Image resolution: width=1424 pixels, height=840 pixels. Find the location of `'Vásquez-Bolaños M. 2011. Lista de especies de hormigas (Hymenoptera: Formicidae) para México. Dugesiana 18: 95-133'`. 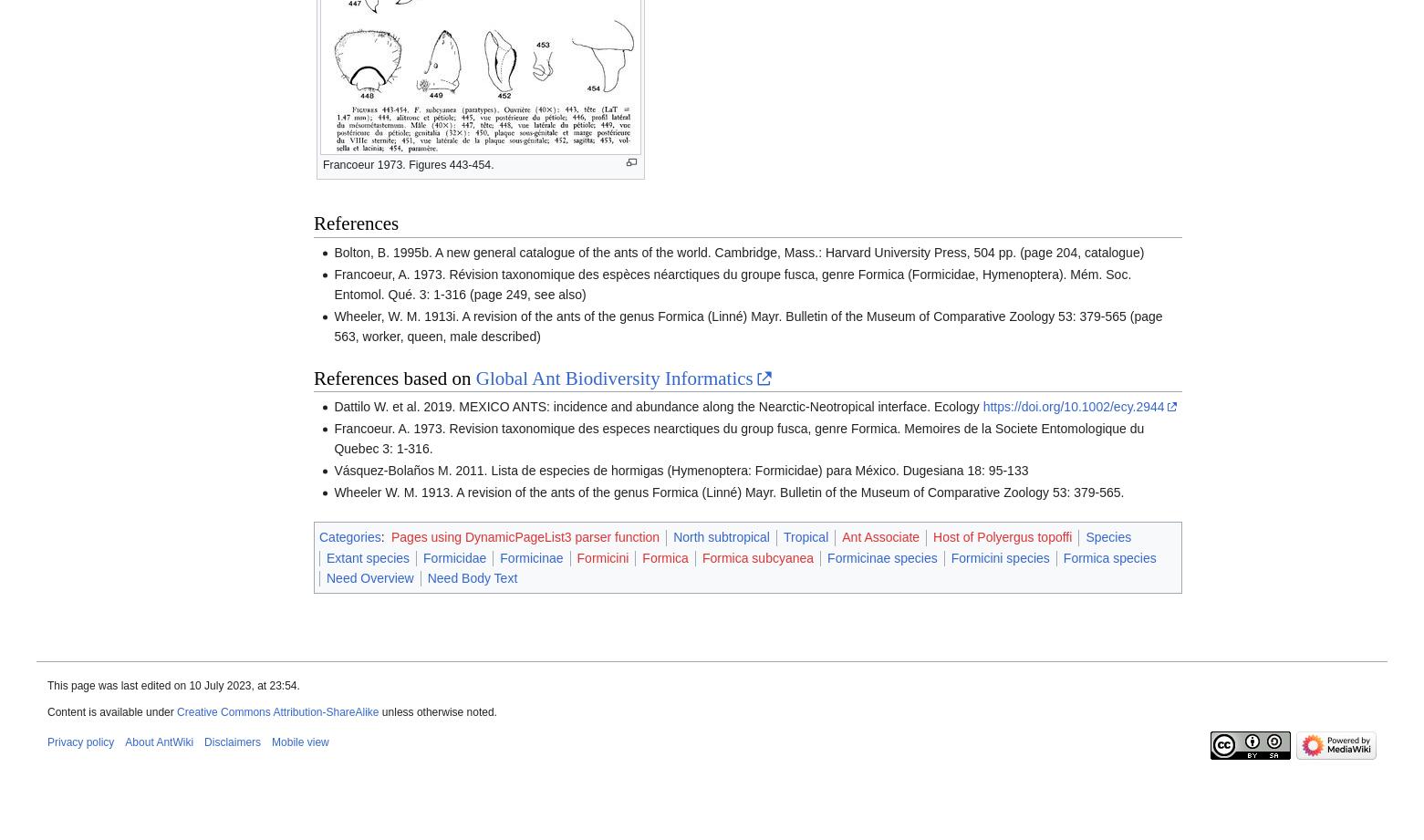

'Vásquez-Bolaños M. 2011. Lista de especies de hormigas (Hymenoptera: Formicidae) para México. Dugesiana 18: 95-133' is located at coordinates (681, 470).